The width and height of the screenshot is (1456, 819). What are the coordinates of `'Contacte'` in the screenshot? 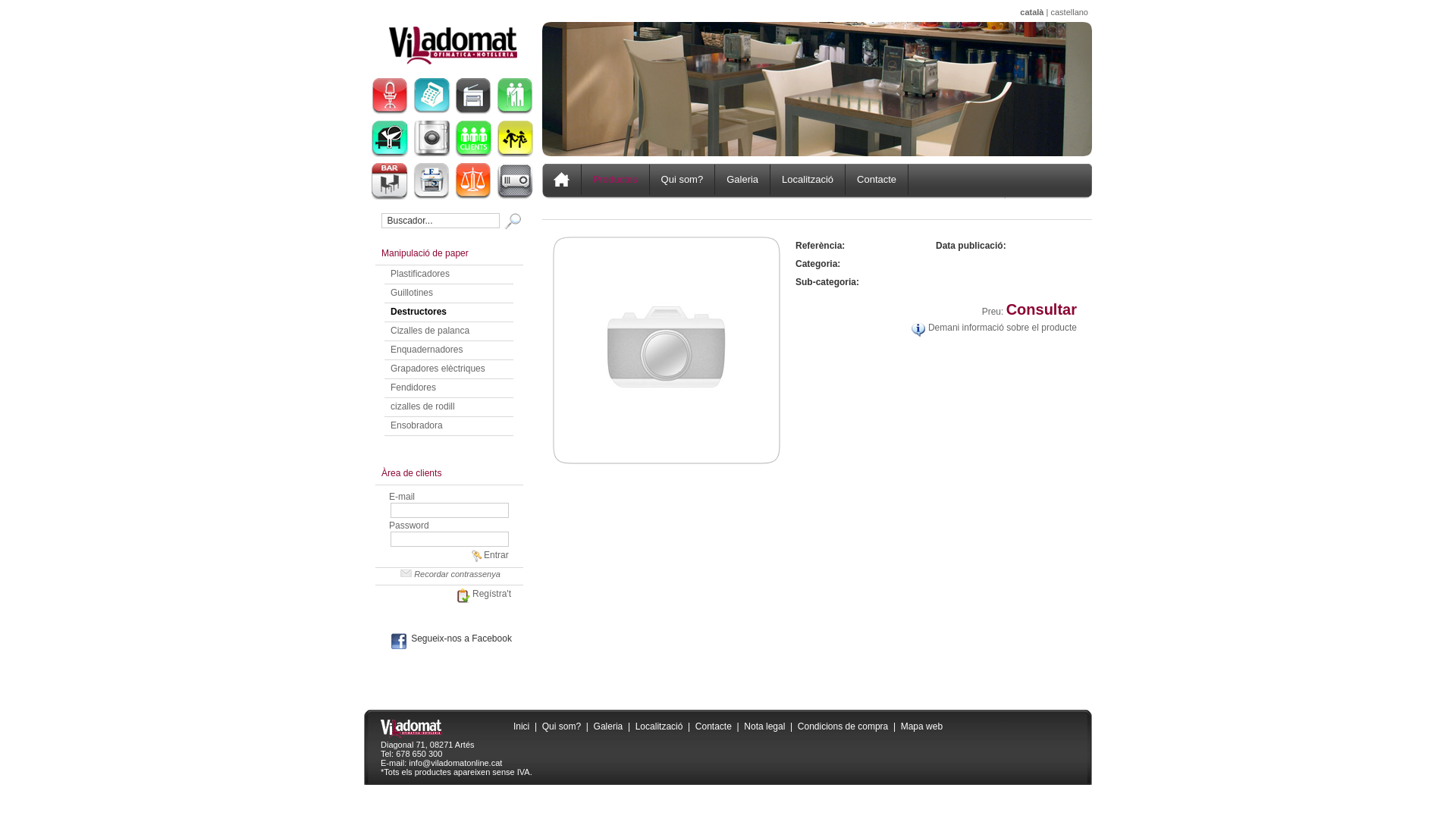 It's located at (877, 178).